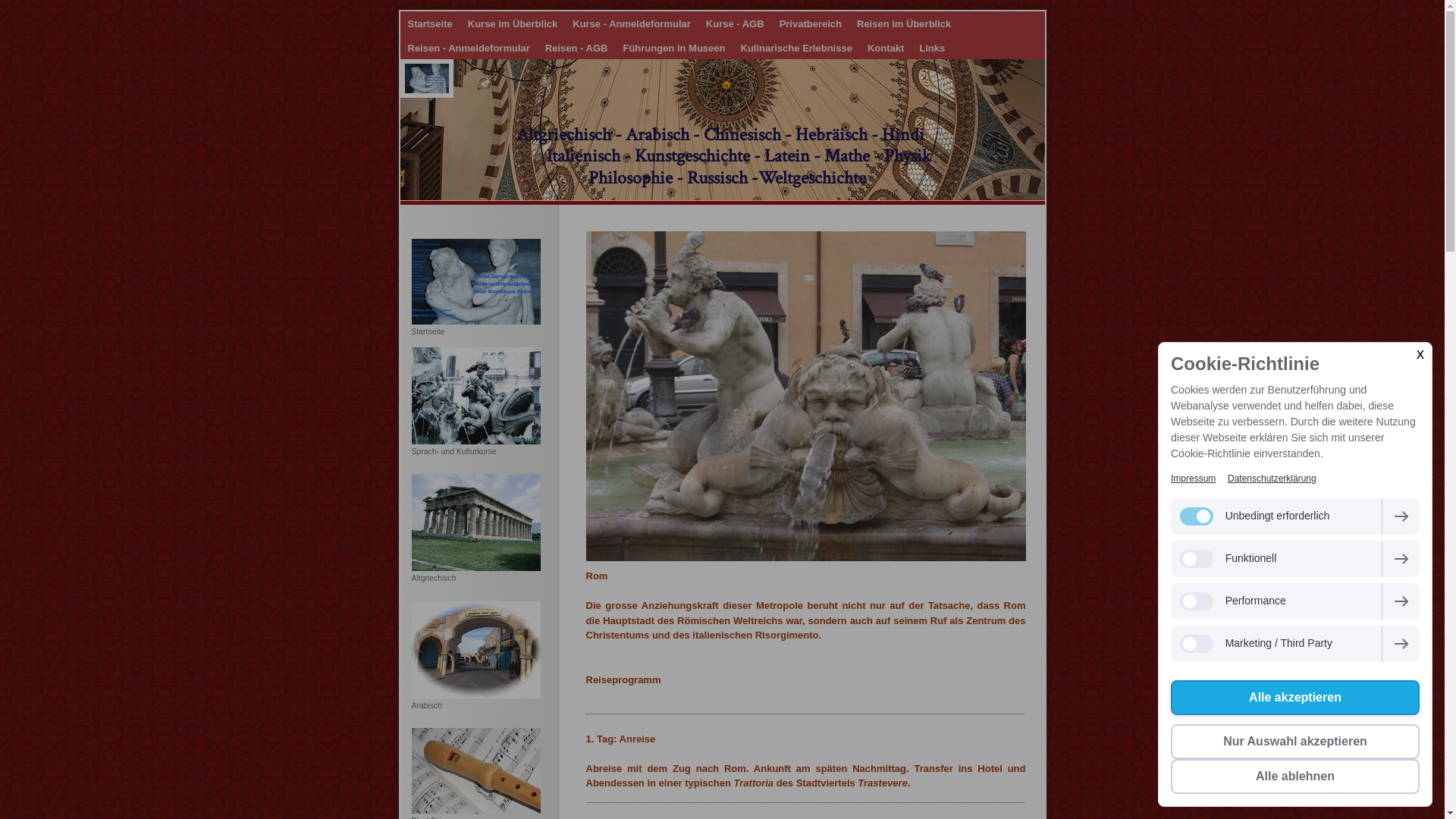 The image size is (1456, 819). What do you see at coordinates (563, 24) in the screenshot?
I see `'Kurse - Anmeldeformular'` at bounding box center [563, 24].